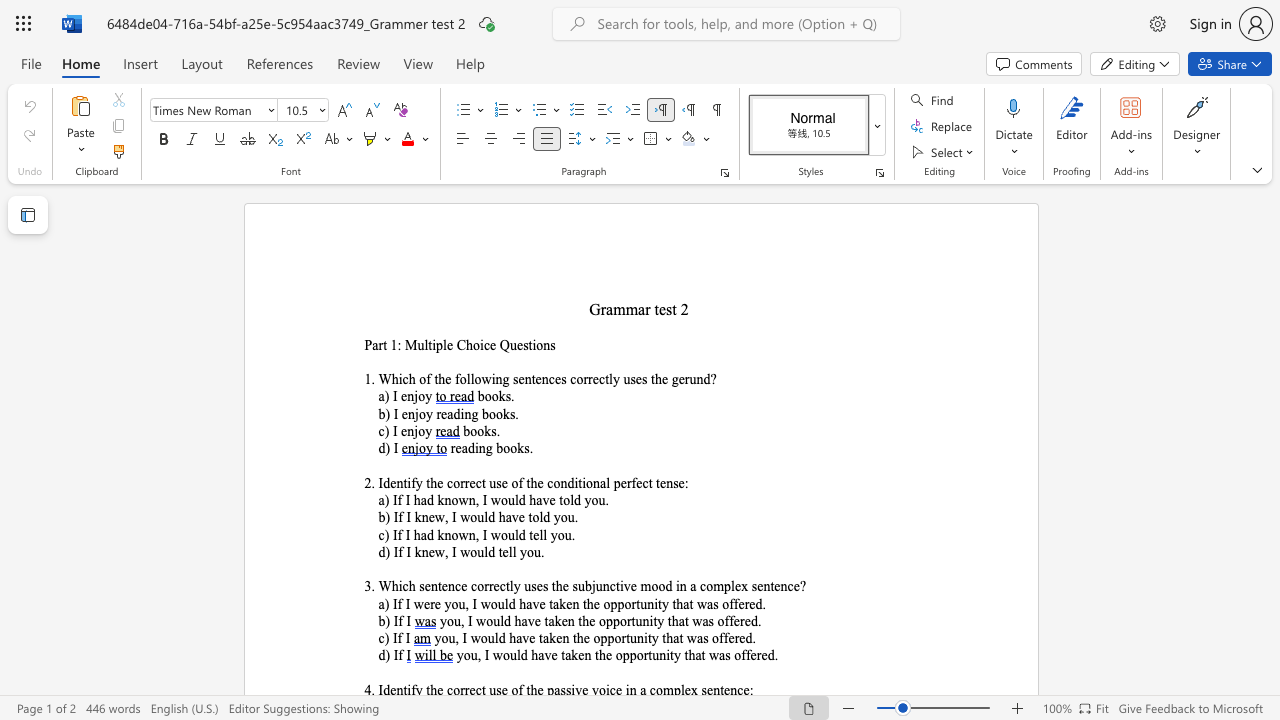 The height and width of the screenshot is (720, 1280). What do you see at coordinates (397, 585) in the screenshot?
I see `the space between the continuous character "h" and "i" in the text` at bounding box center [397, 585].